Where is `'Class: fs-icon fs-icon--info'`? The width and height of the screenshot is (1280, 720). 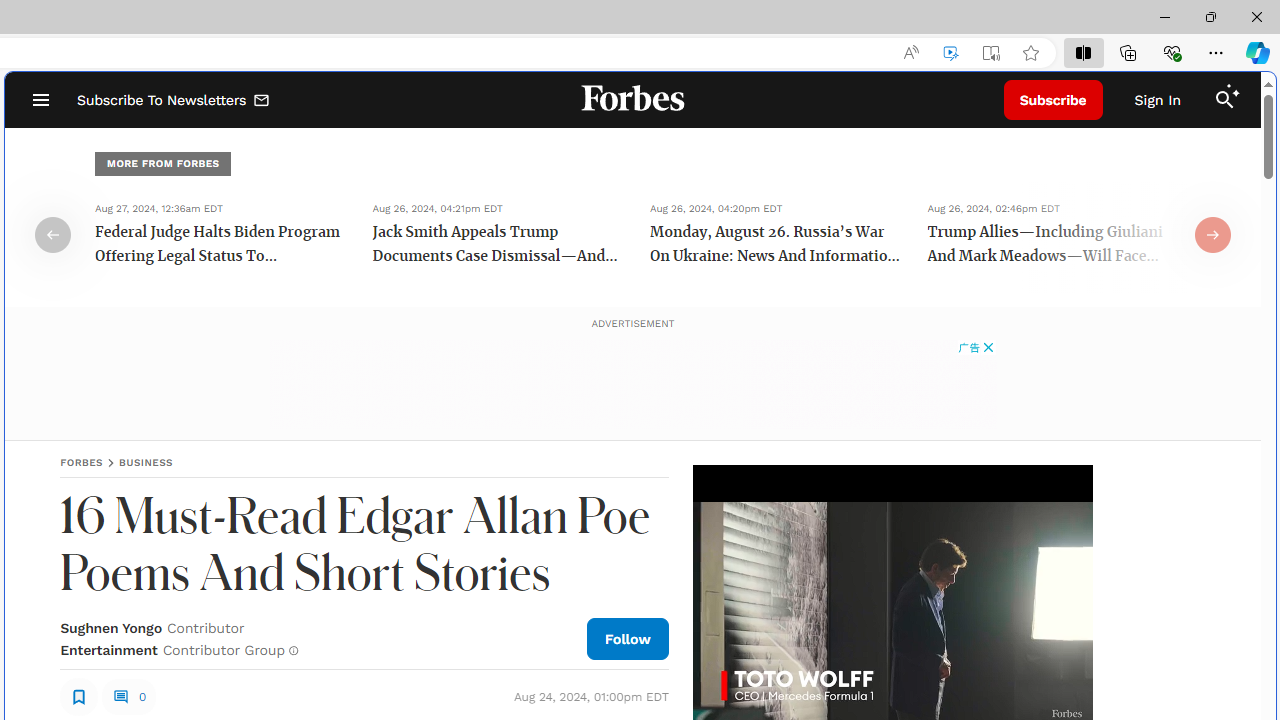
'Class: fs-icon fs-icon--info' is located at coordinates (292, 650).